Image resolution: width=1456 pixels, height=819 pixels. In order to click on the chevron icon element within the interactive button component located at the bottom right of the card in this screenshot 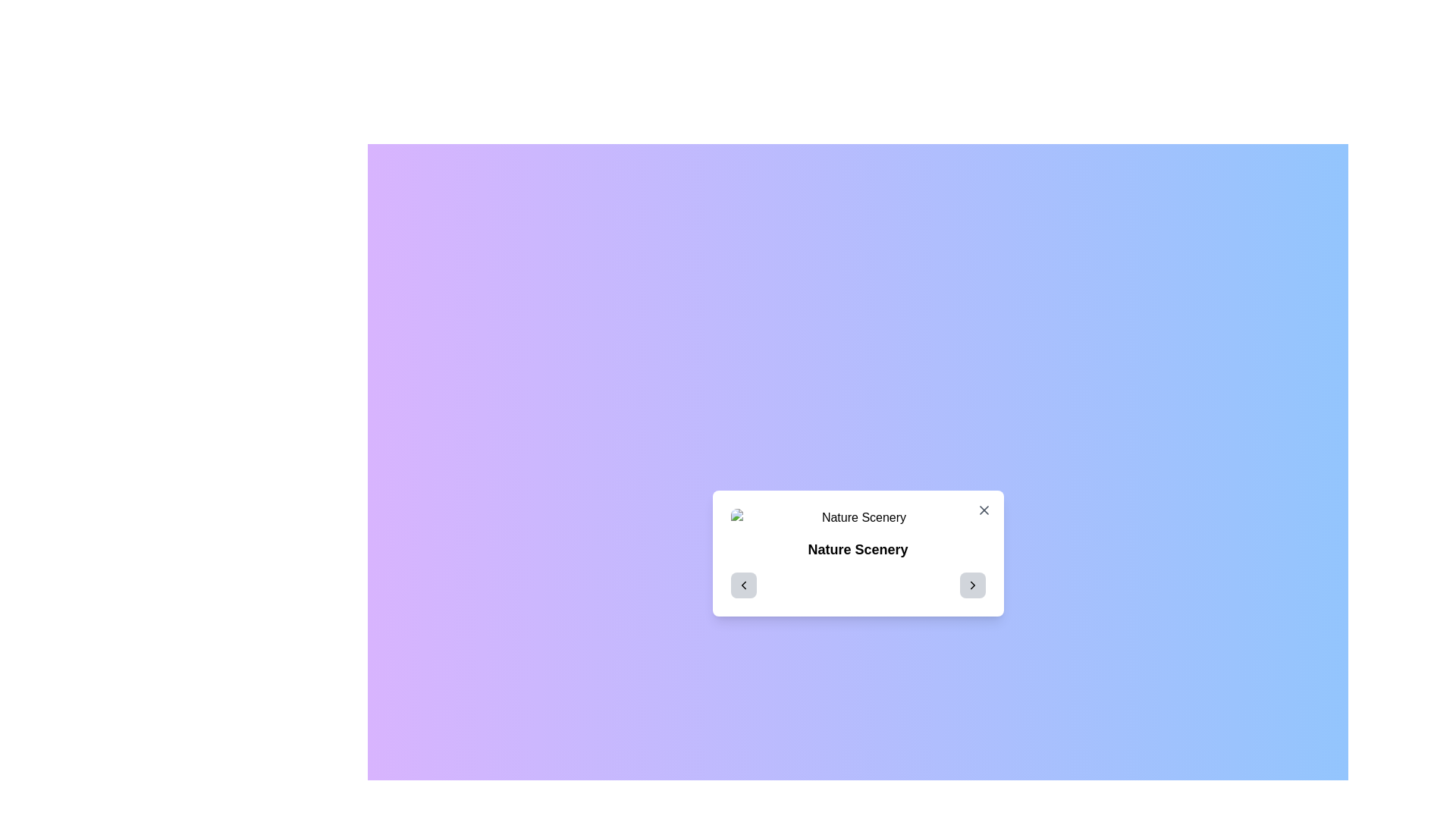, I will do `click(972, 584)`.